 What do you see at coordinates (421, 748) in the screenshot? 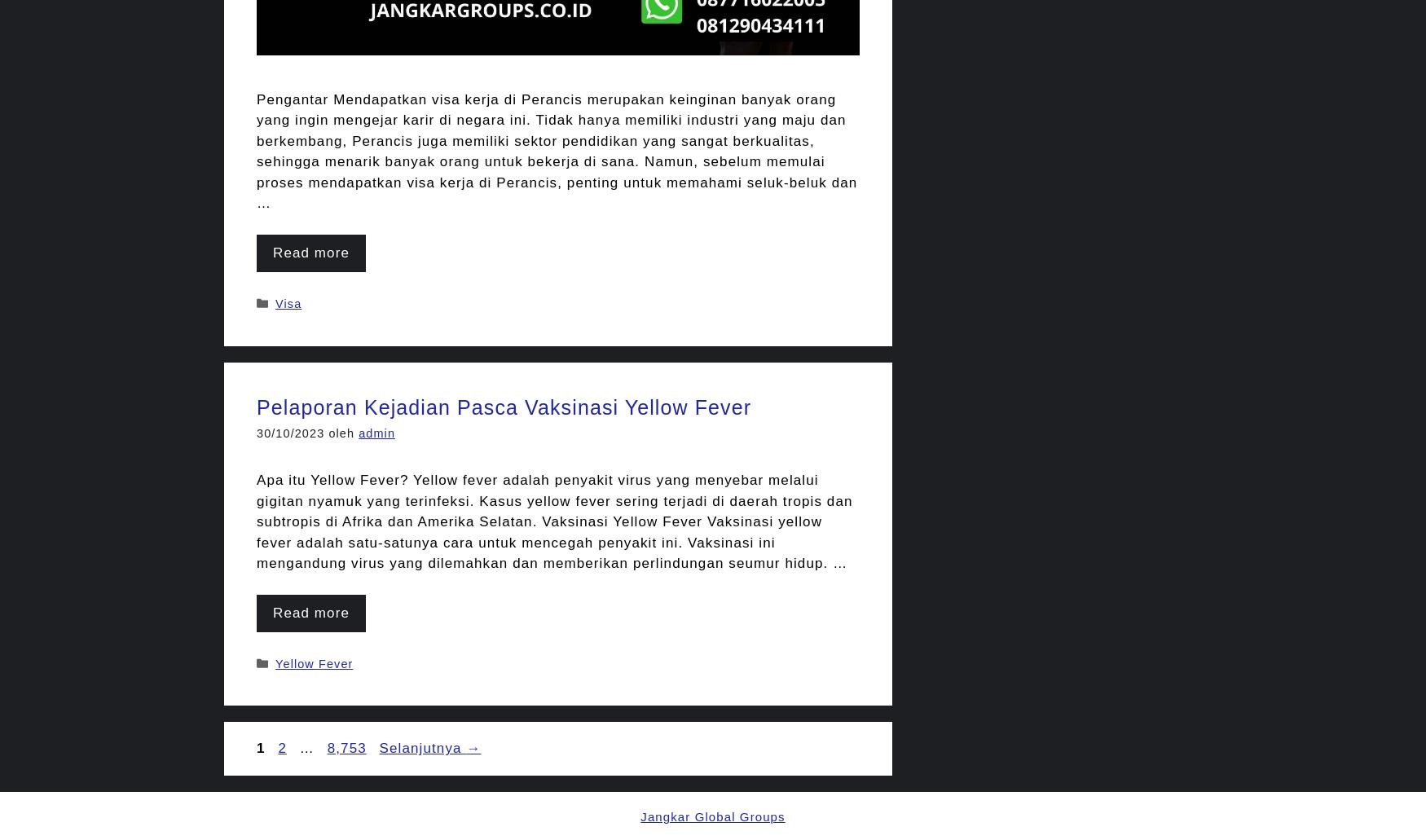
I see `'Selanjutnya'` at bounding box center [421, 748].